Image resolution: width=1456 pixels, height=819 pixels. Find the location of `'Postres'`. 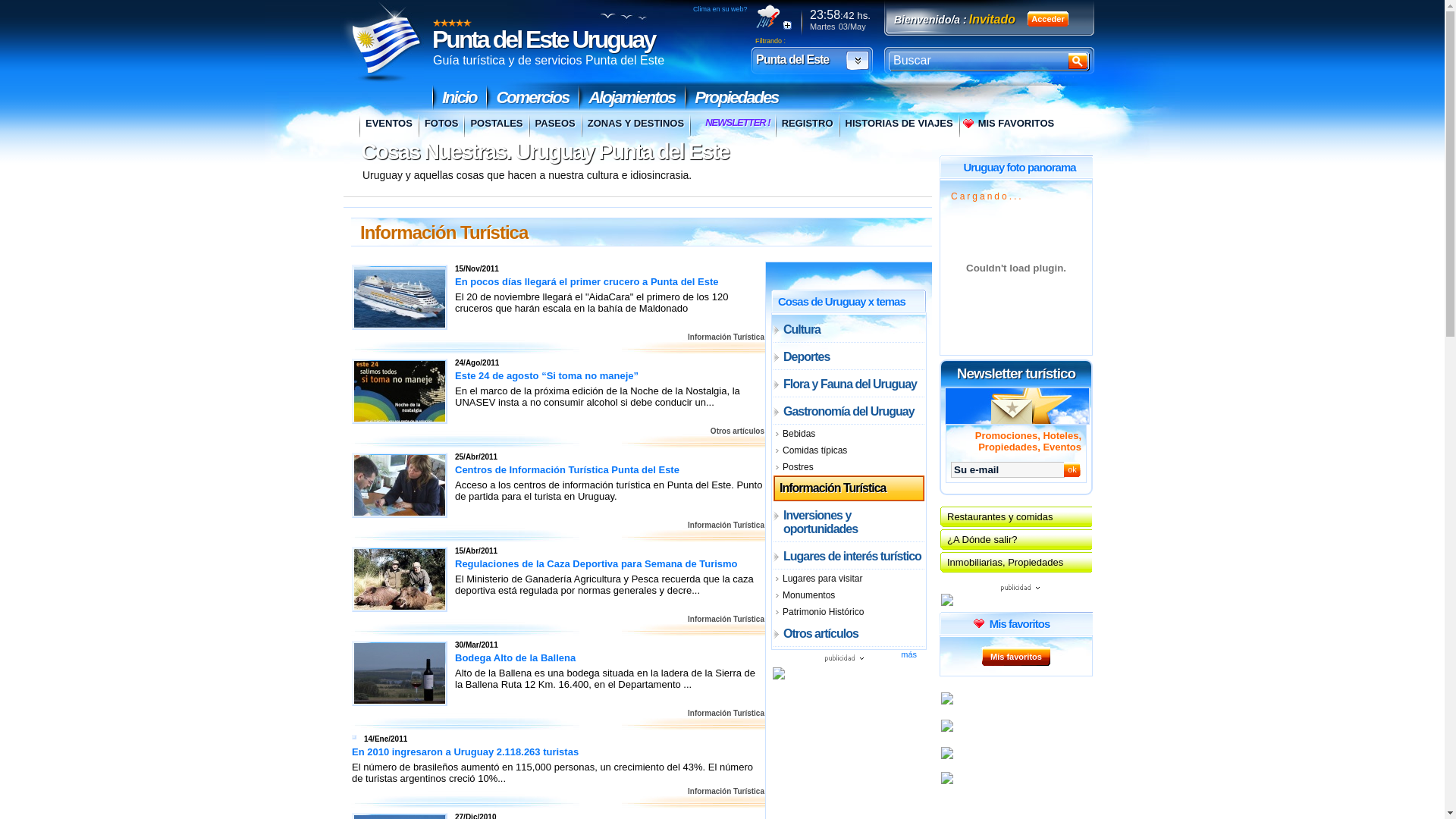

'Postres' is located at coordinates (773, 466).